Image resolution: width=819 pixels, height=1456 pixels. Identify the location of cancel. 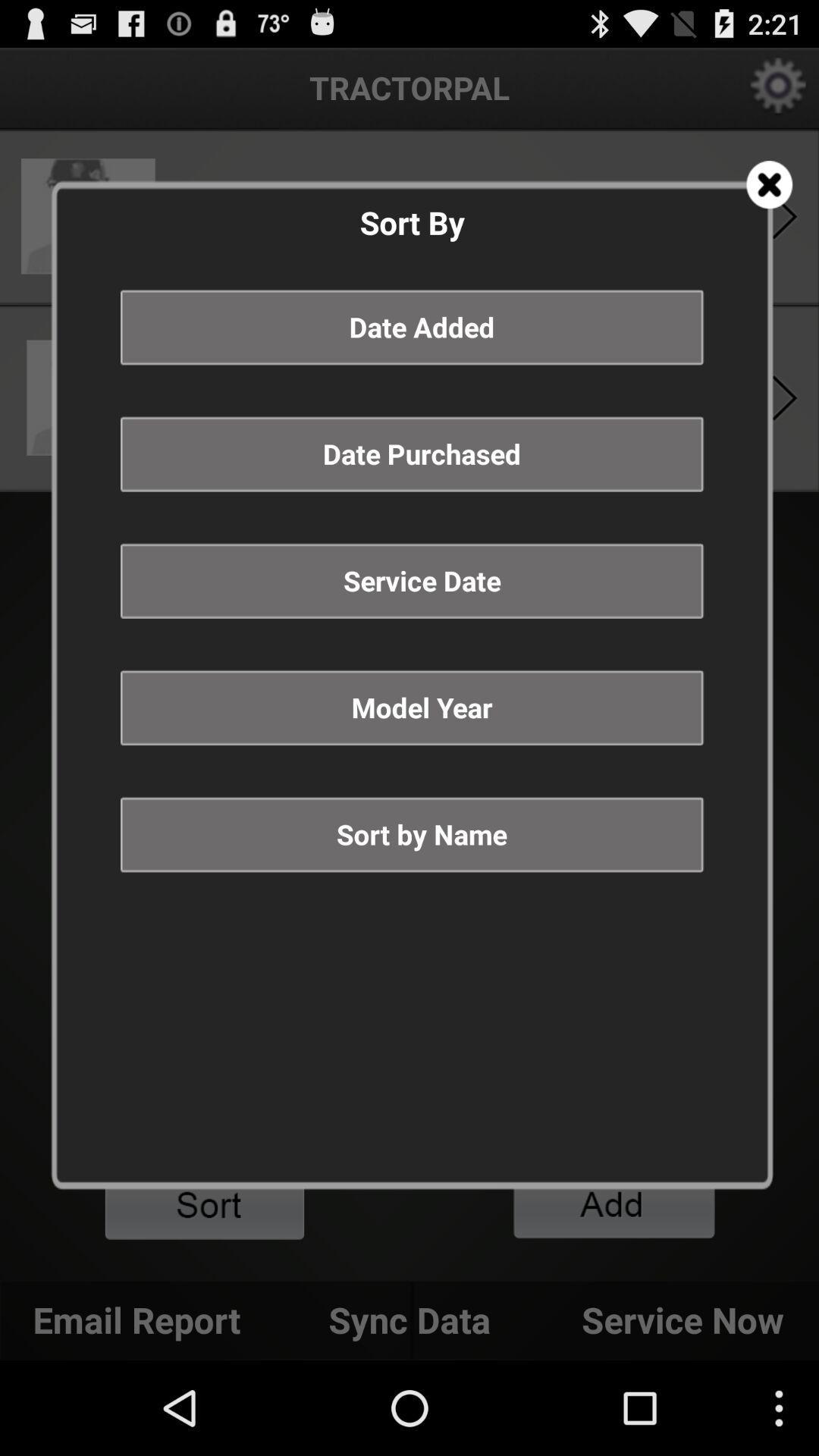
(769, 184).